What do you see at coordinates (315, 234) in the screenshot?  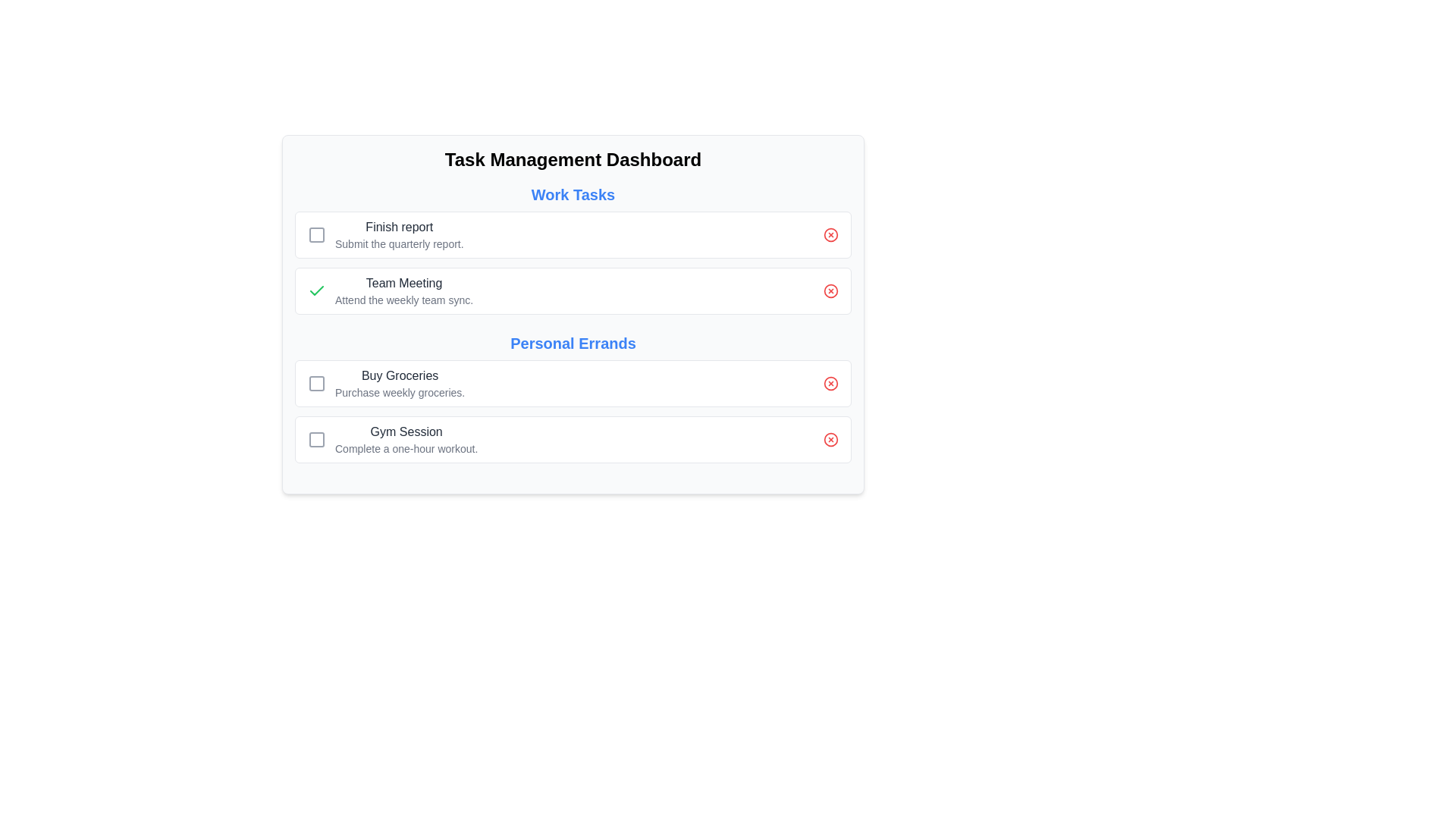 I see `the checkbox for the 'Finish report' task located` at bounding box center [315, 234].